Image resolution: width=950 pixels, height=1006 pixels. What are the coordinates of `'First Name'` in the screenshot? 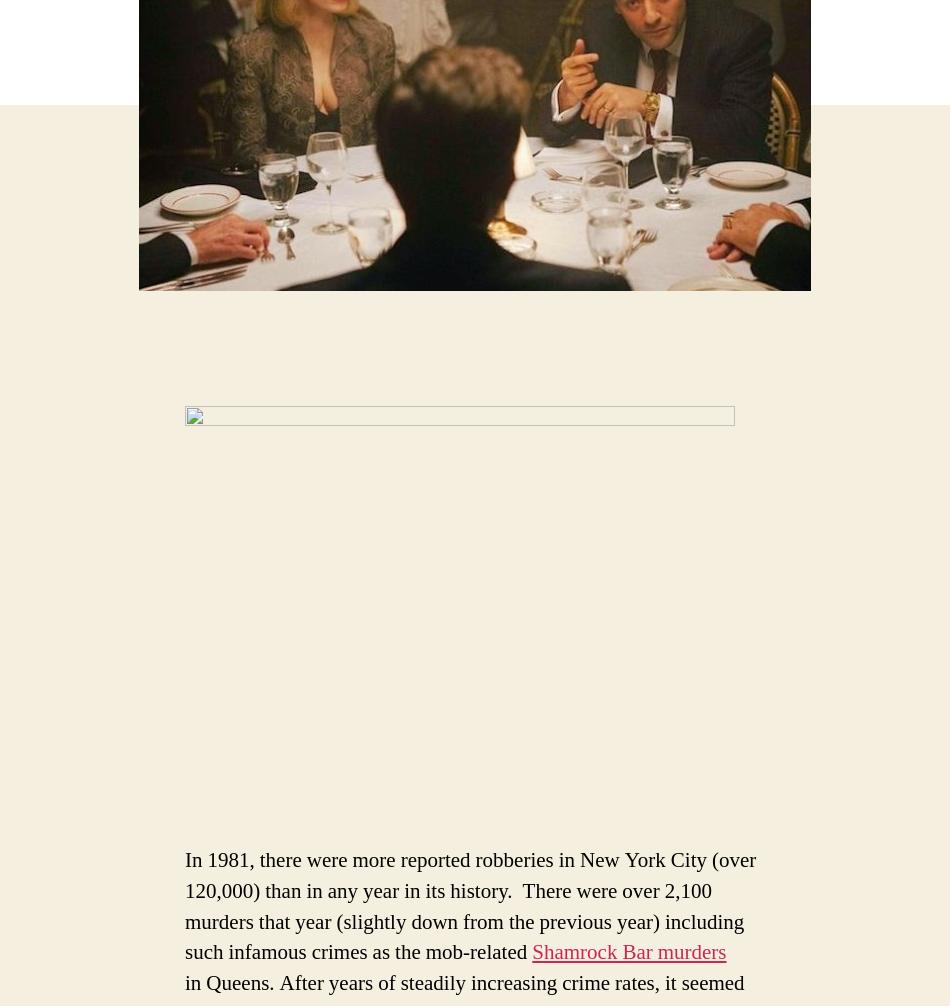 It's located at (77, 282).